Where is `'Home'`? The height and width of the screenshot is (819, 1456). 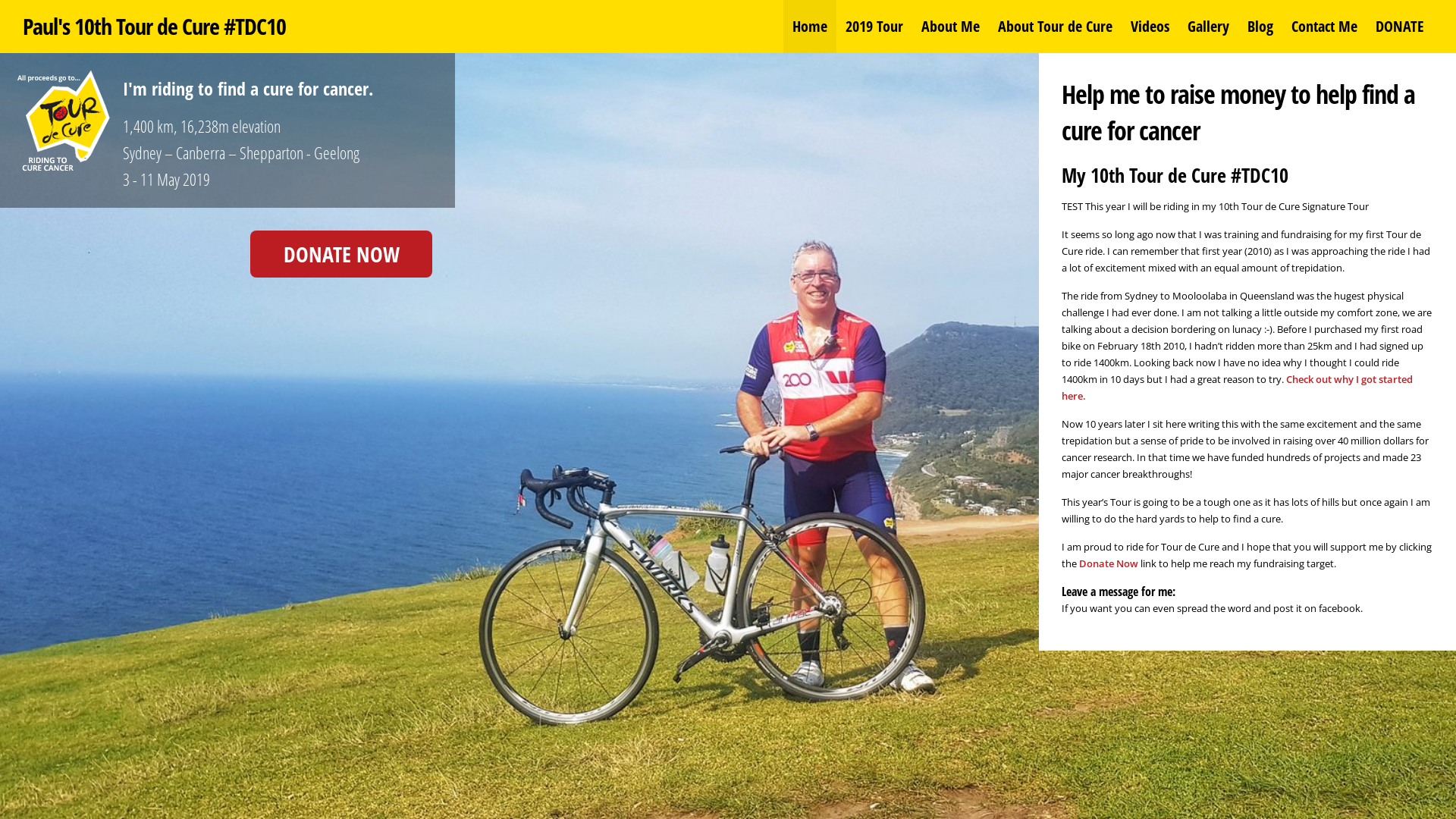 'Home' is located at coordinates (808, 26).